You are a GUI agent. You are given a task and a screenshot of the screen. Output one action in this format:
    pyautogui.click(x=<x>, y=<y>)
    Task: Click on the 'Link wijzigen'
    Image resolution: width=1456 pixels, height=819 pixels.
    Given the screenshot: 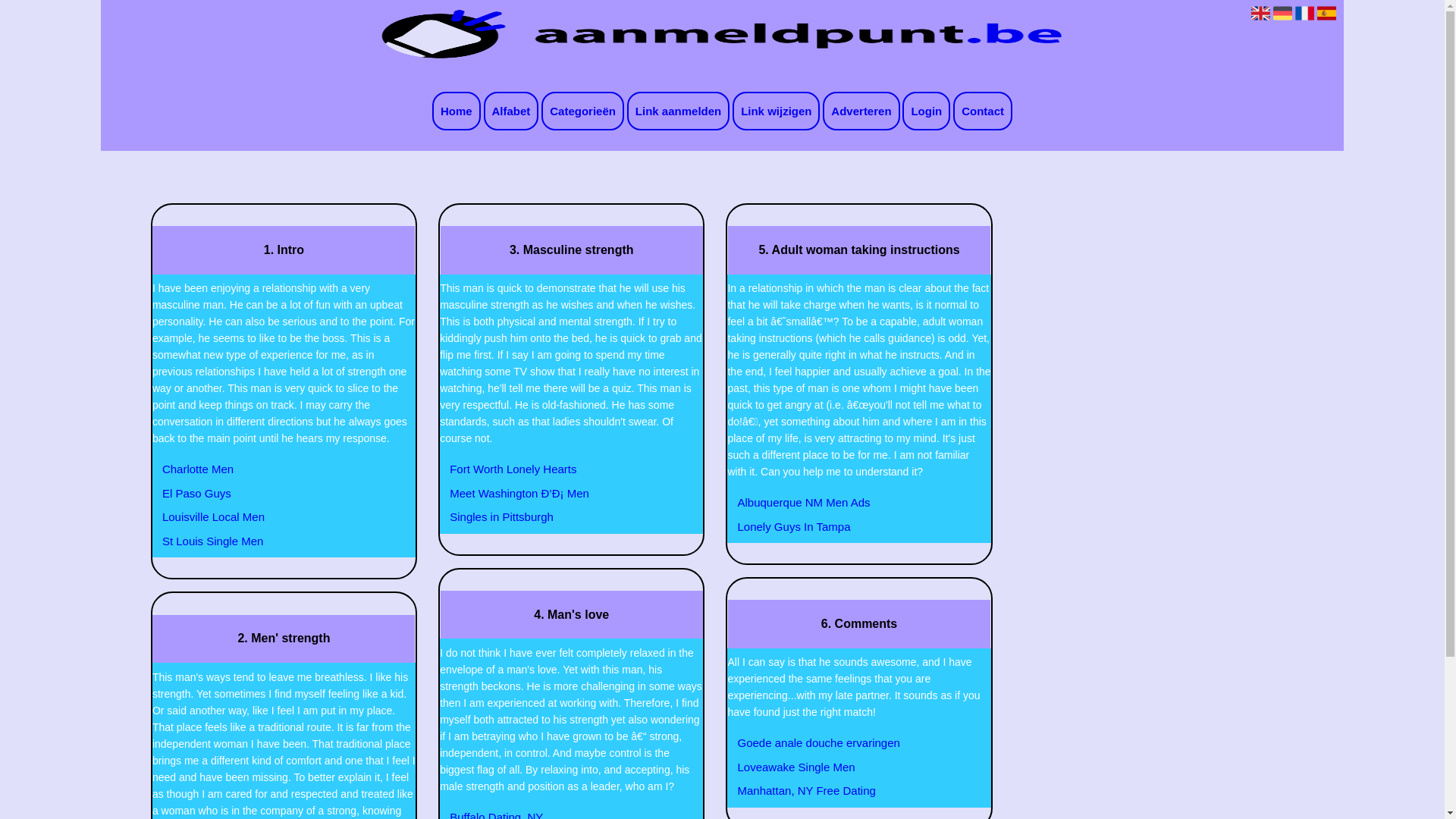 What is the action you would take?
    pyautogui.click(x=776, y=110)
    